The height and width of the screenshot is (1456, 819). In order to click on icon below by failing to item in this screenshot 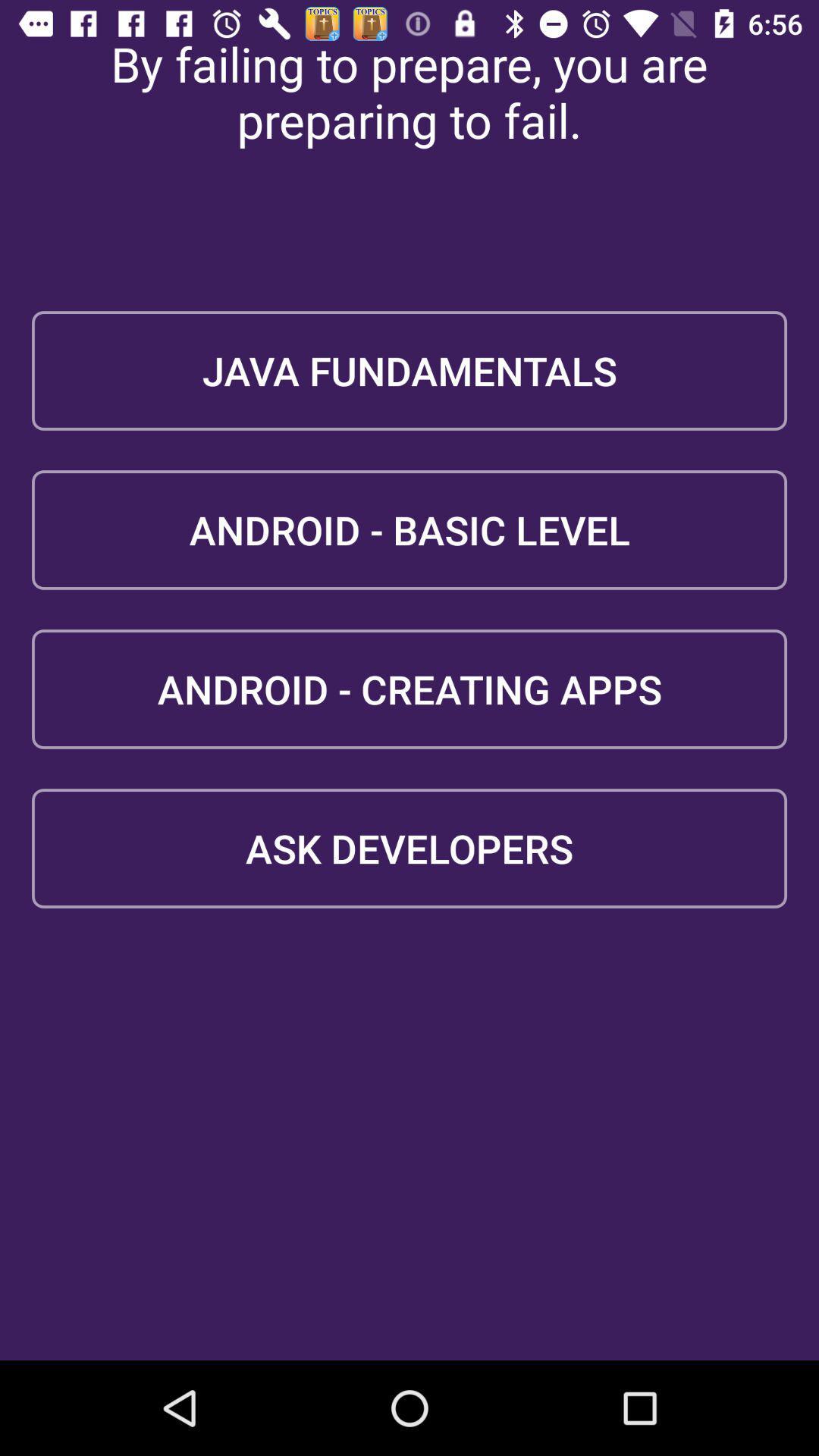, I will do `click(409, 371)`.